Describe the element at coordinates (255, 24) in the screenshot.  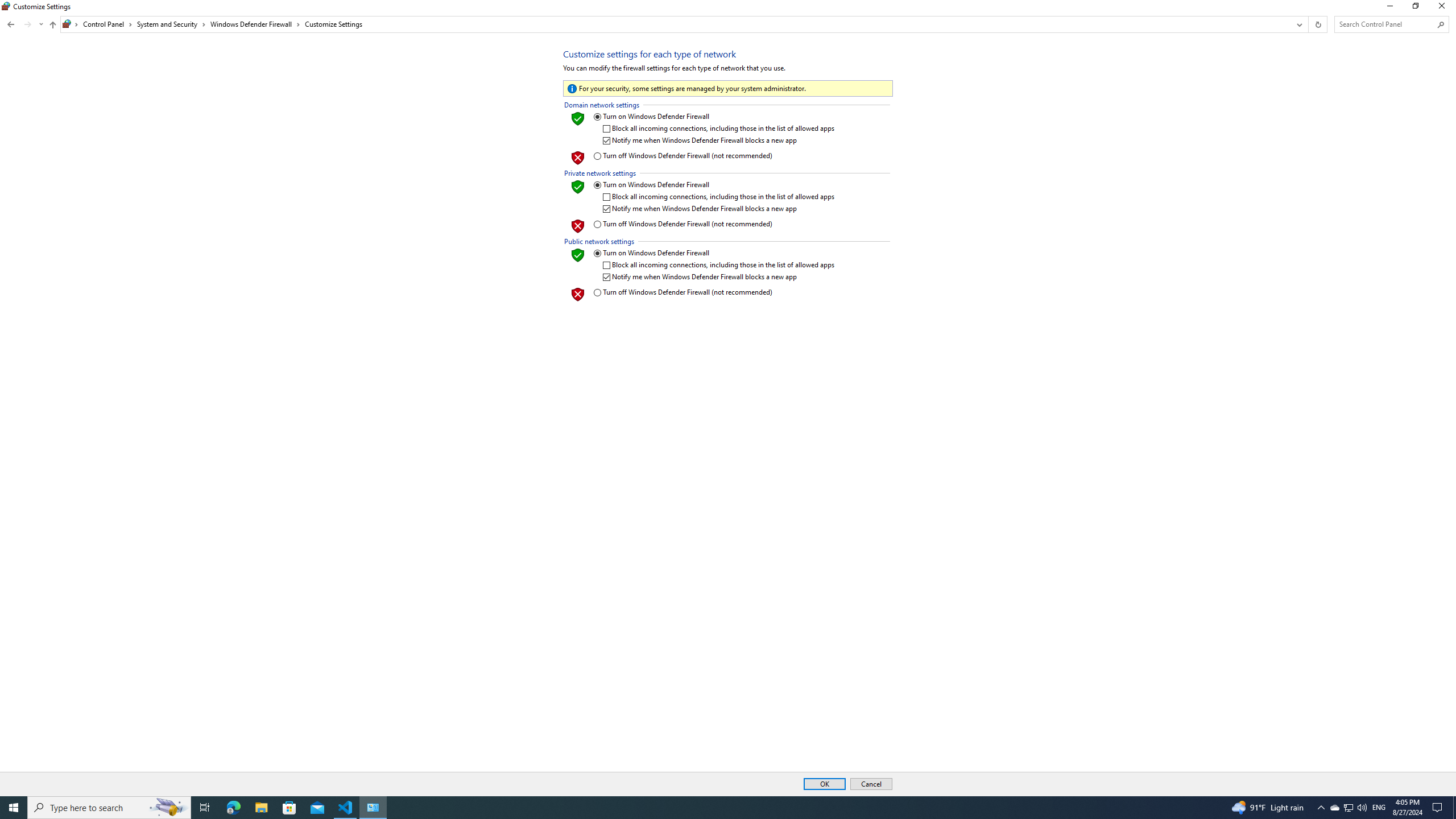
I see `'Windows Defender Firewall'` at that location.